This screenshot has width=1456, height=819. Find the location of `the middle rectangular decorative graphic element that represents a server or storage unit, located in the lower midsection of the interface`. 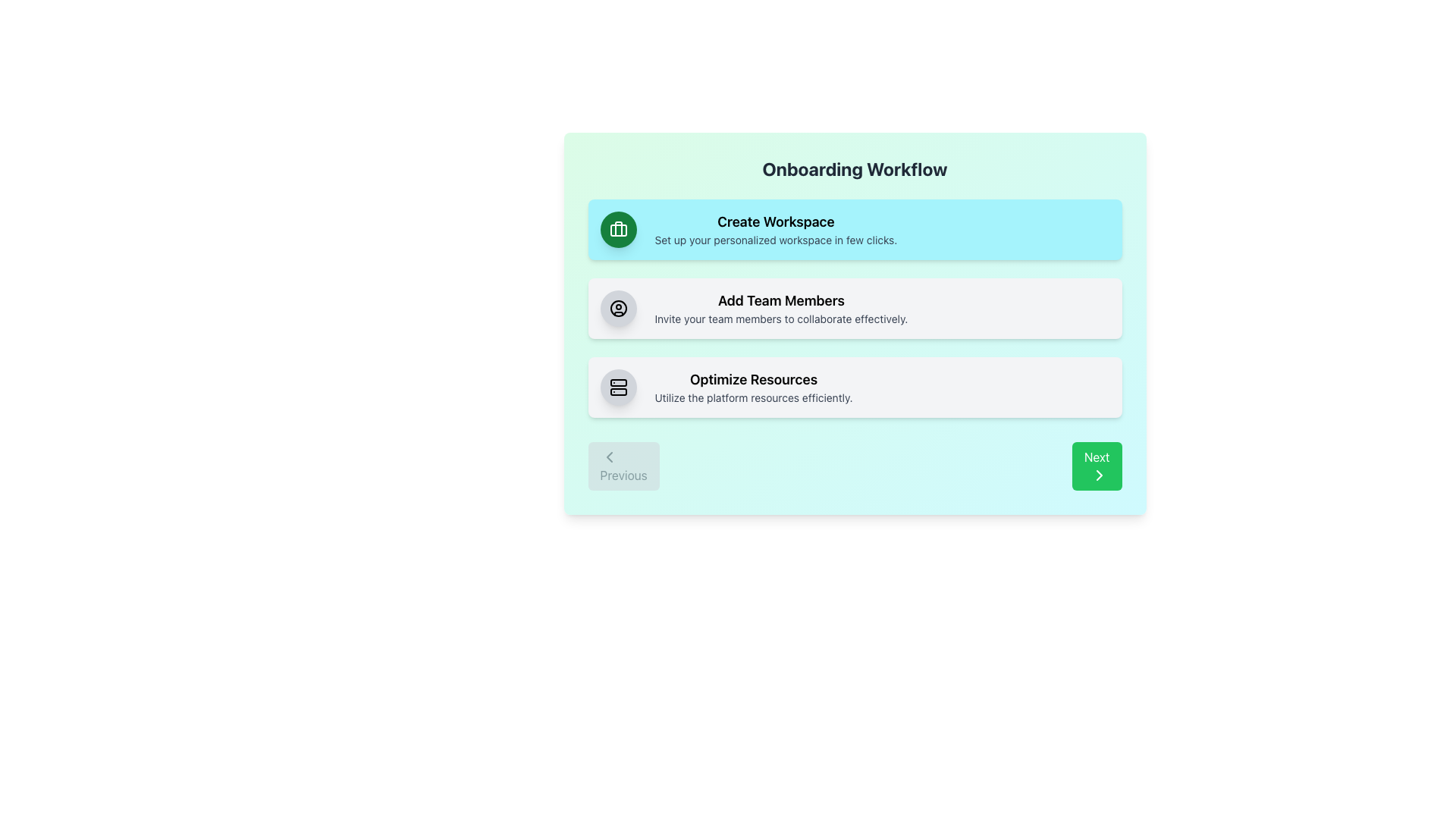

the middle rectangular decorative graphic element that represents a server or storage unit, located in the lower midsection of the interface is located at coordinates (618, 391).